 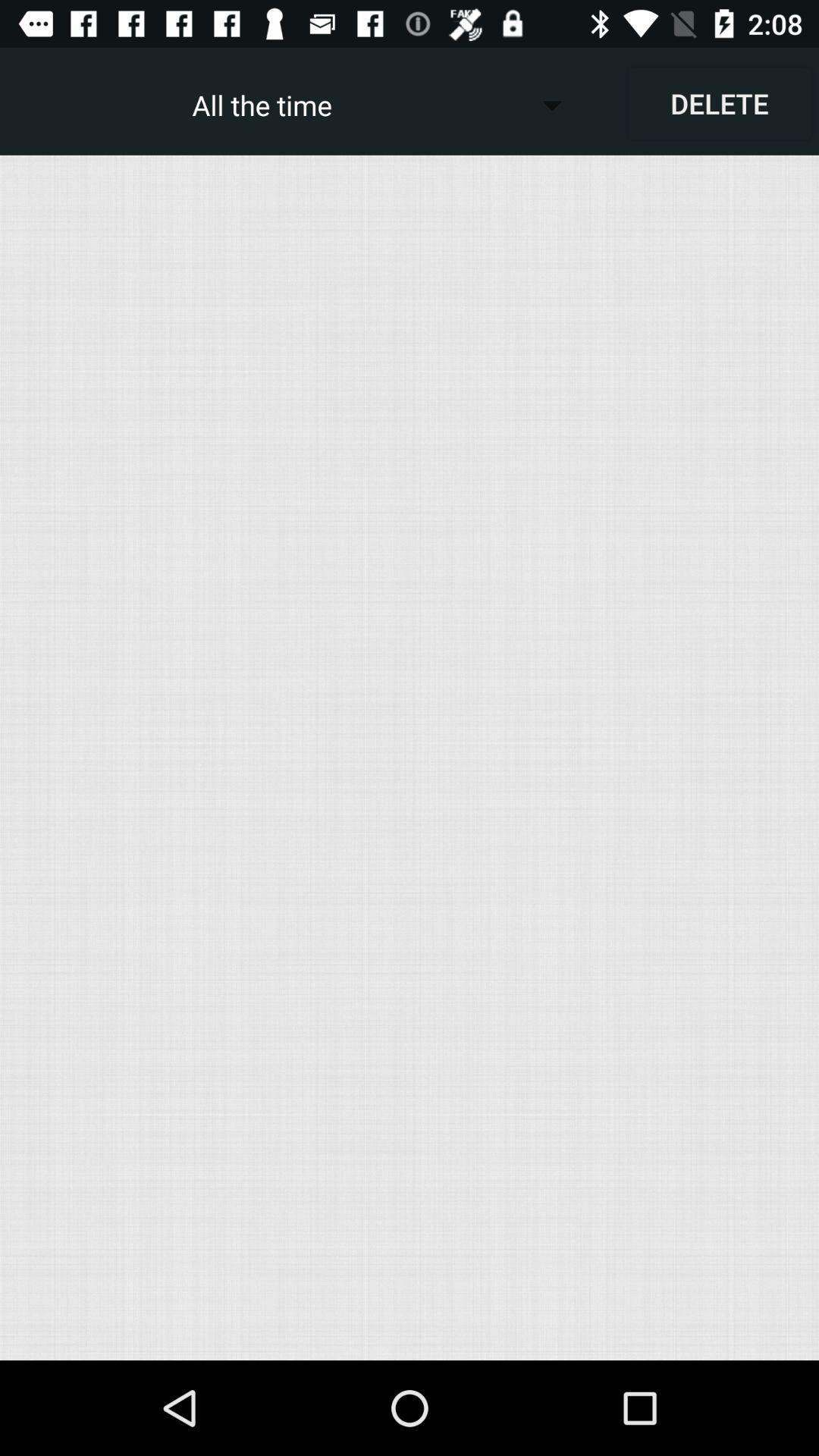 What do you see at coordinates (409, 758) in the screenshot?
I see `the item at the center` at bounding box center [409, 758].